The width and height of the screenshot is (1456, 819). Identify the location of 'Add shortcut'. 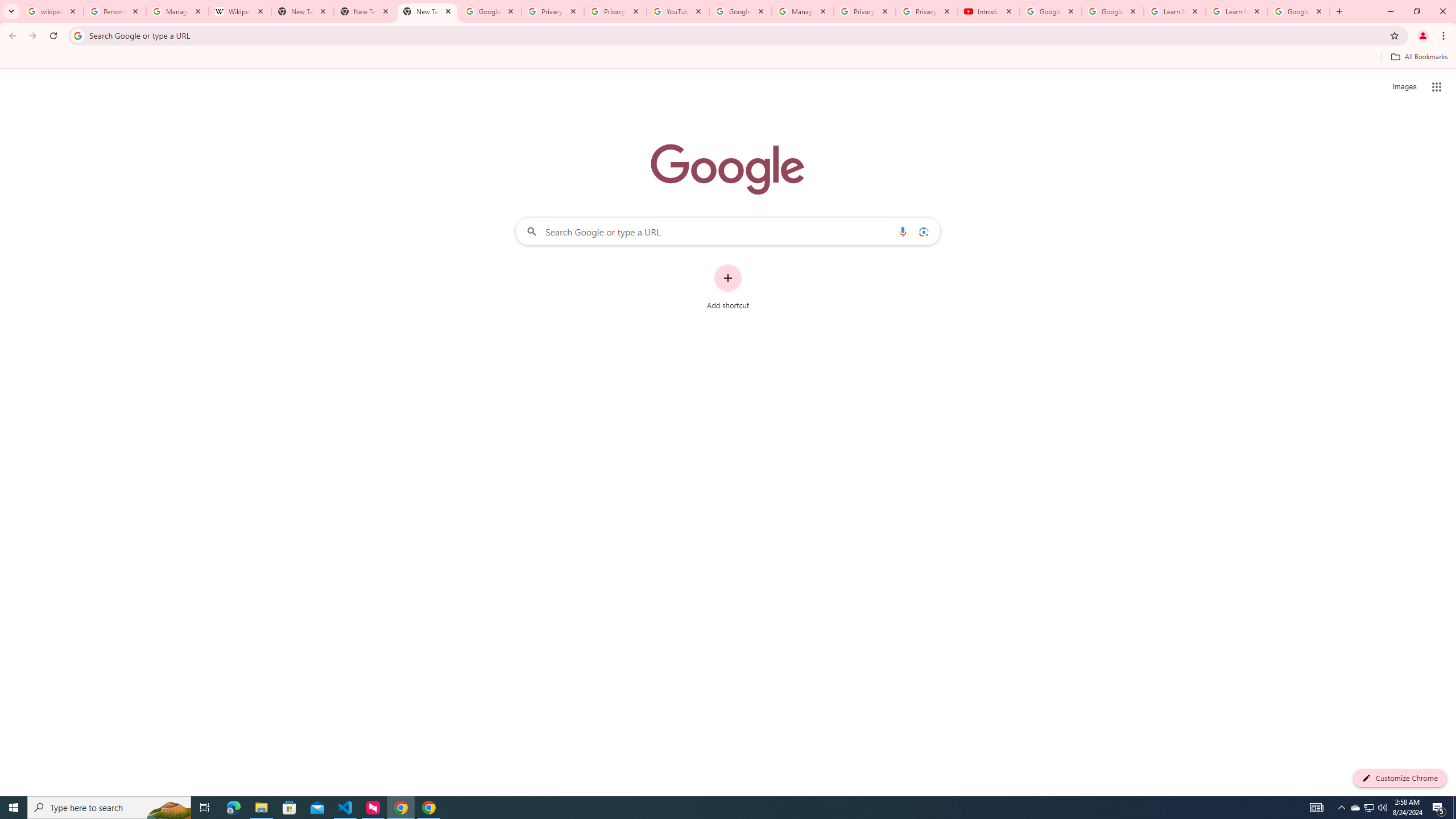
(728, 287).